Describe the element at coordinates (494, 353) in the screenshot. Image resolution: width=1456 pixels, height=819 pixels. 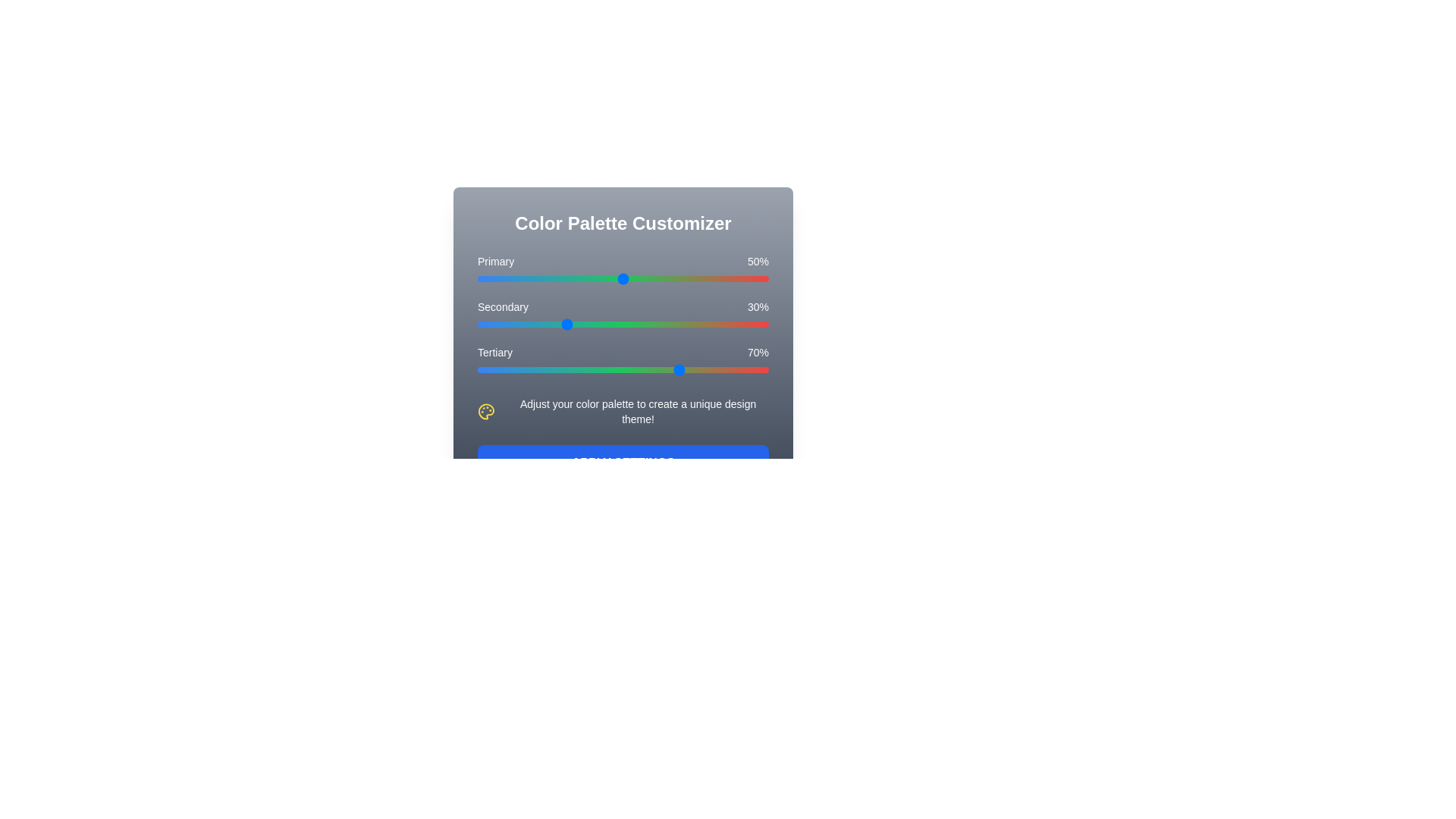
I see `the text label that identifies the slider for the color aspect 'tertiary', which is aligned with the text '70%' on the far-right side` at that location.